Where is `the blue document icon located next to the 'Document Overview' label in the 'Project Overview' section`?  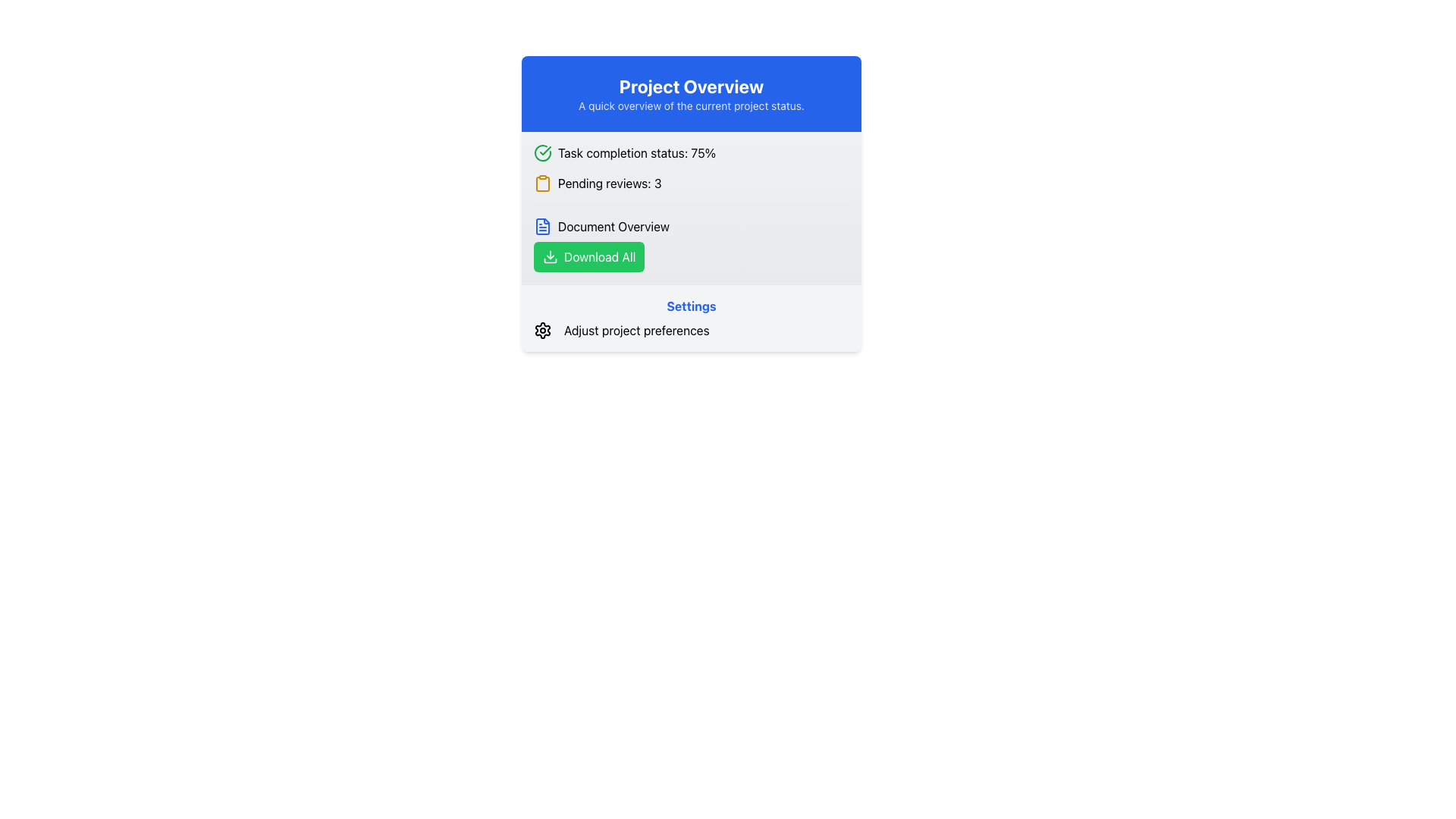
the blue document icon located next to the 'Document Overview' label in the 'Project Overview' section is located at coordinates (542, 227).